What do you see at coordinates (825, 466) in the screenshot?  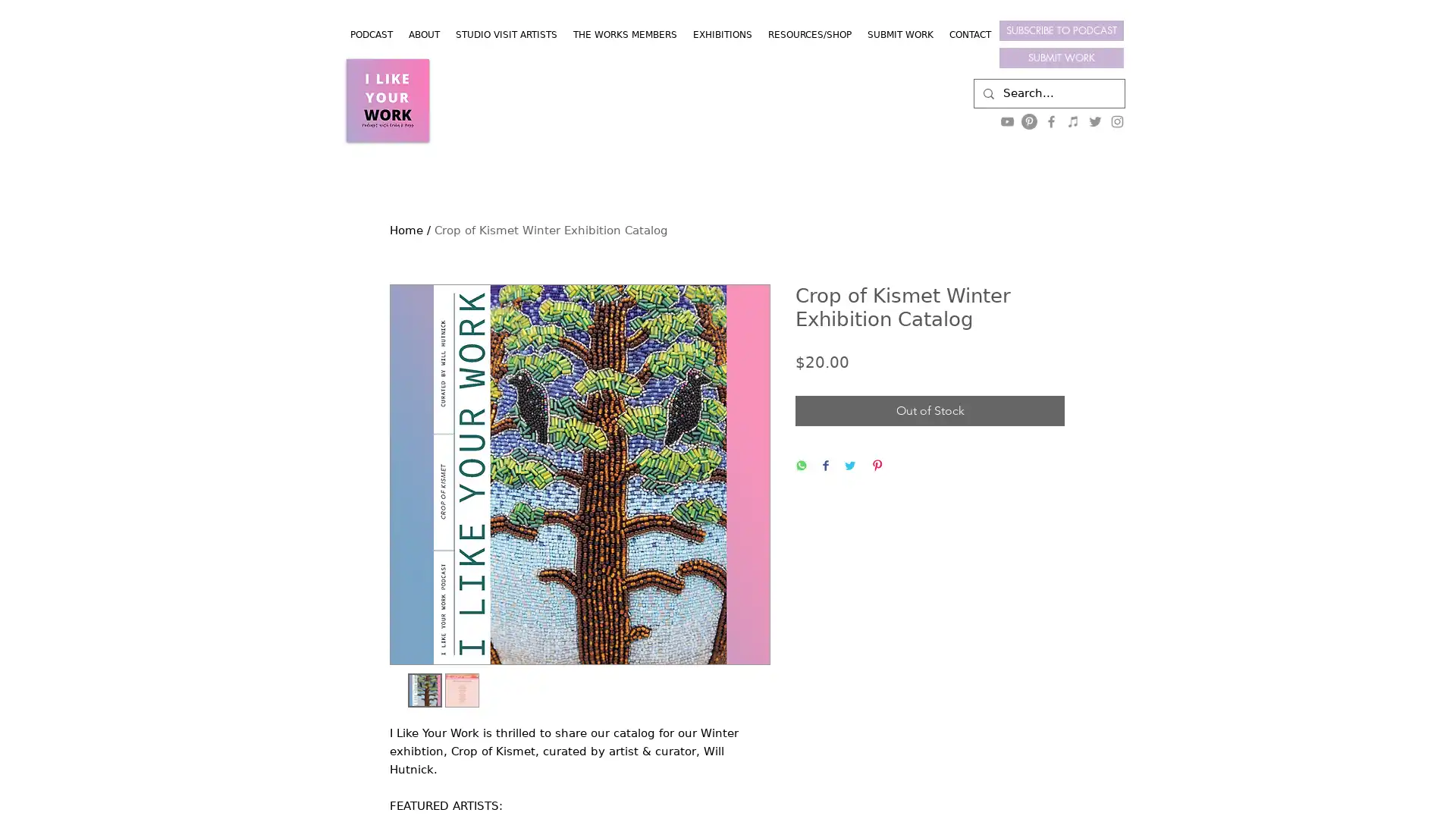 I see `Share on Facebook` at bounding box center [825, 466].